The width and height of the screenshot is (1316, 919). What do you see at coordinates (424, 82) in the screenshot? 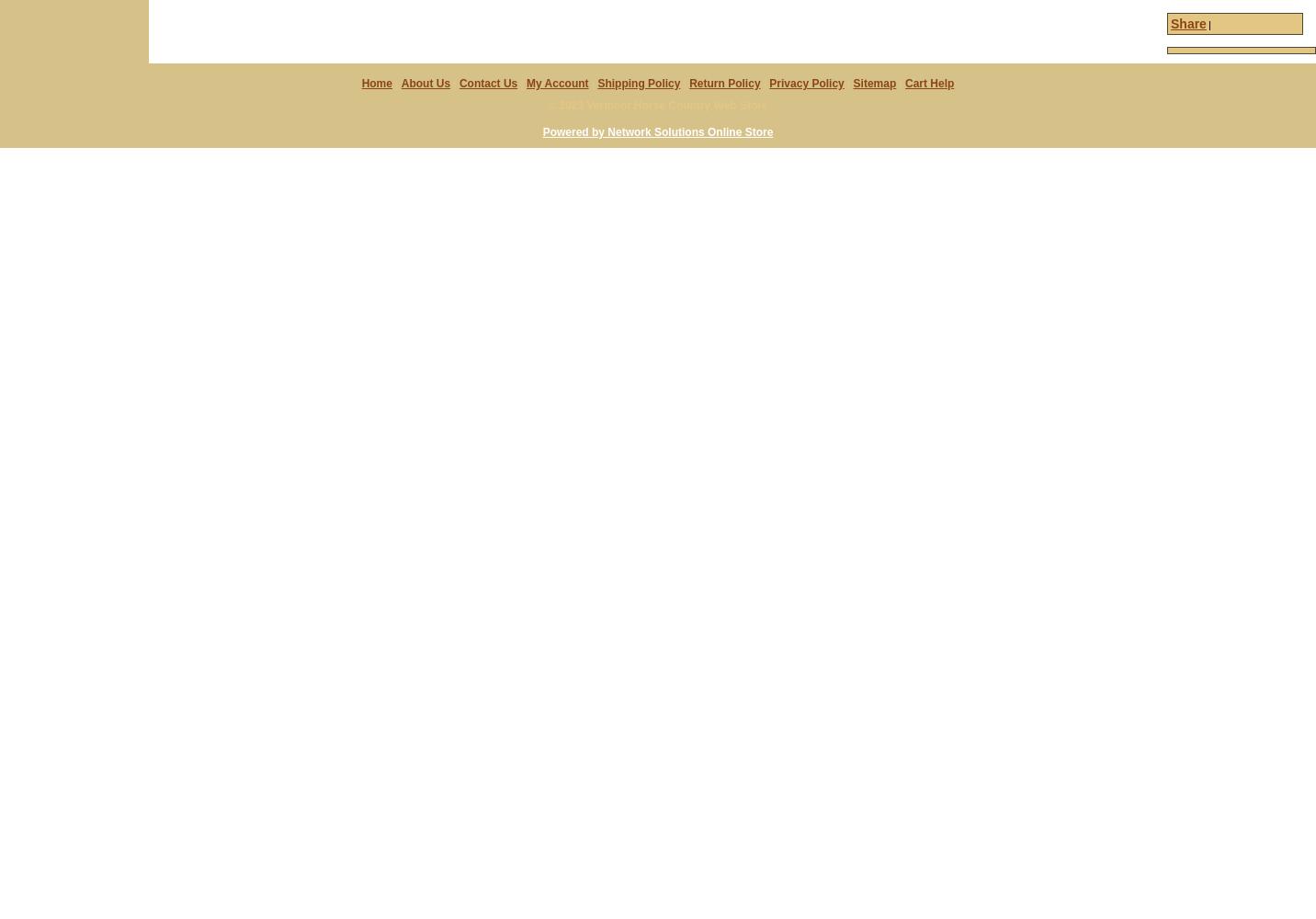
I see `'About Us'` at bounding box center [424, 82].